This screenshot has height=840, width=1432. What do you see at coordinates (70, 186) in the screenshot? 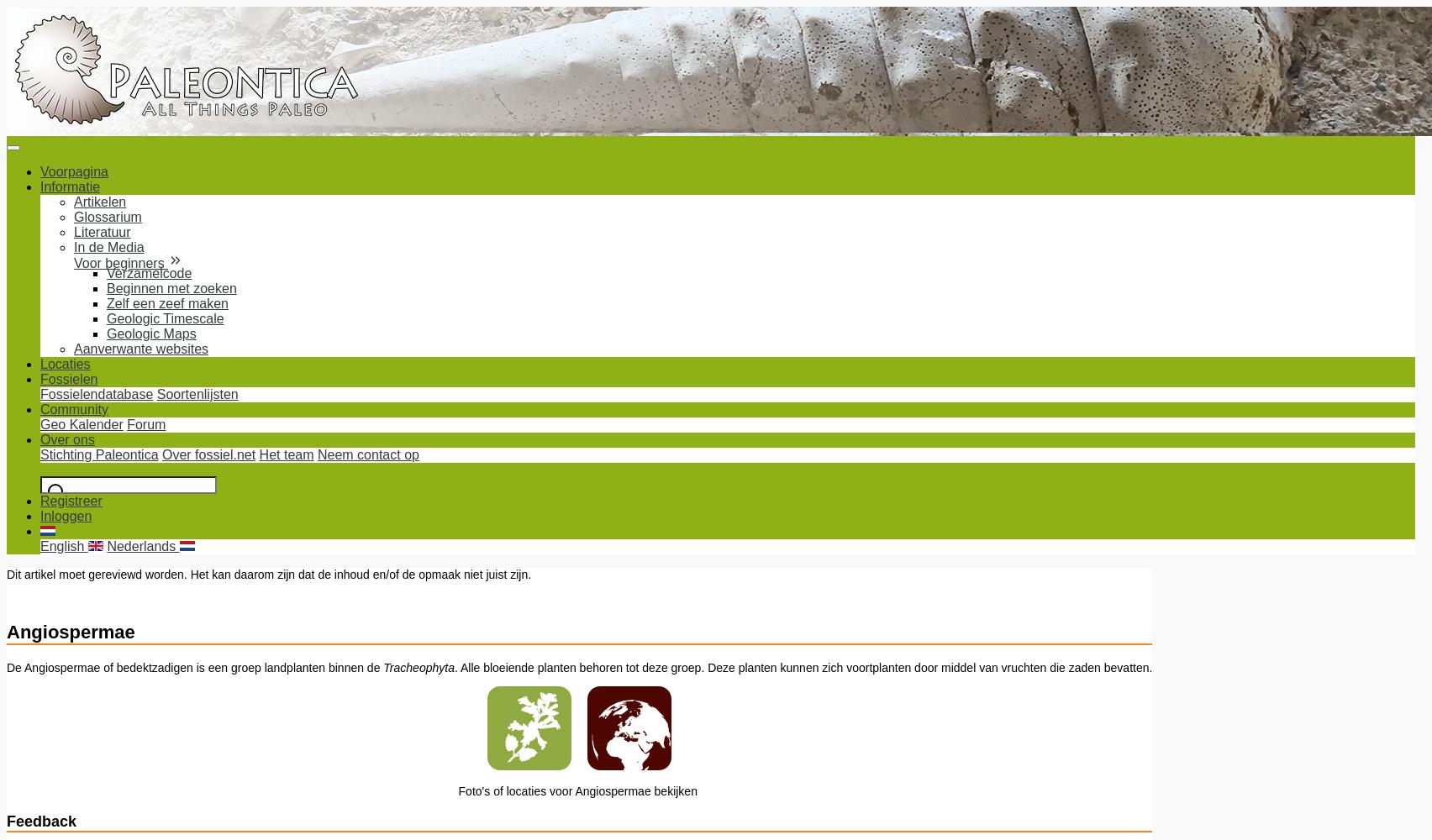
I see `'Informatie'` at bounding box center [70, 186].